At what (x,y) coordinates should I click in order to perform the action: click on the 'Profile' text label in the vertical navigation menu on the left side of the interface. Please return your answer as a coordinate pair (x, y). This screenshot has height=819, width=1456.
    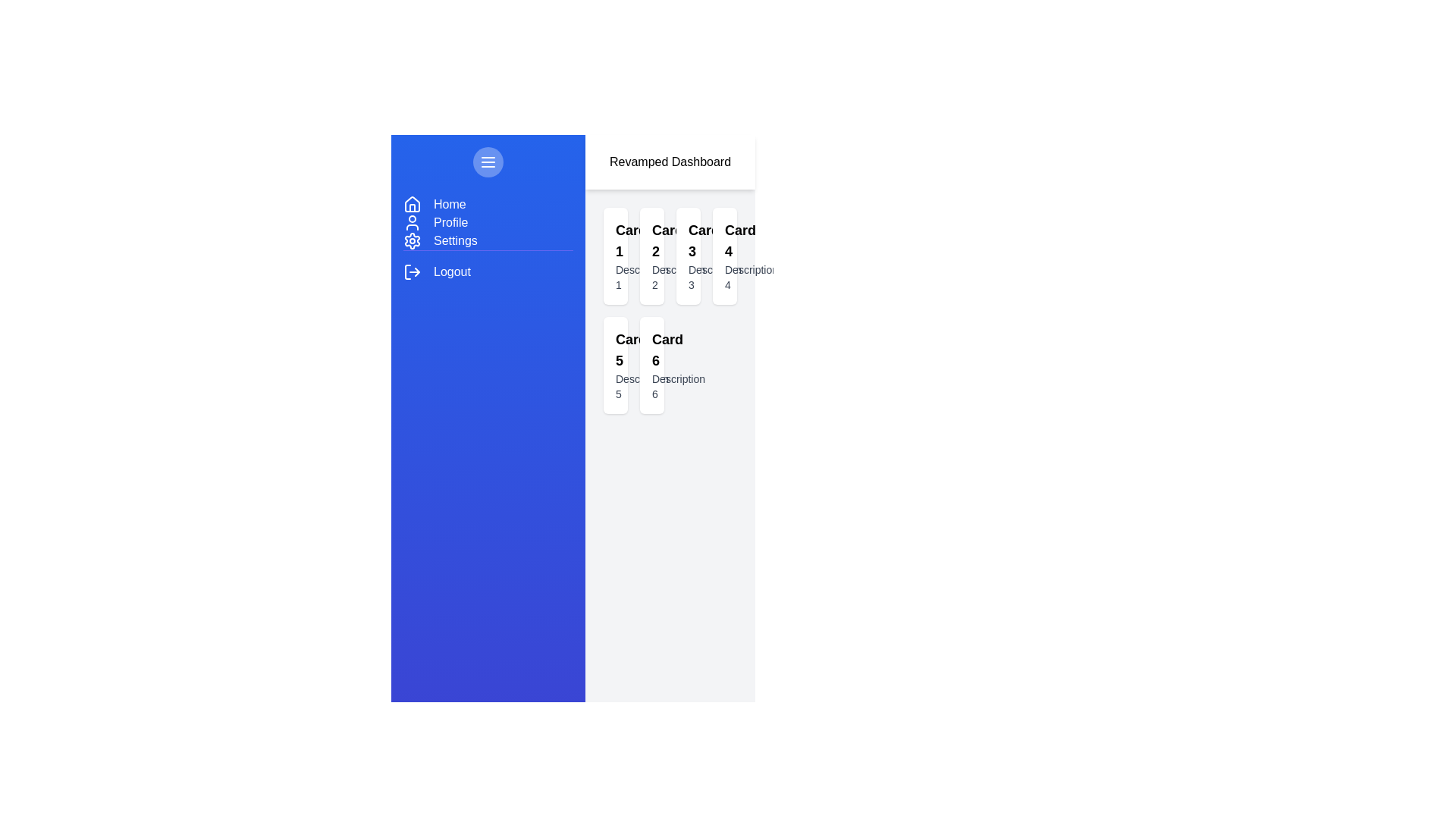
    Looking at the image, I should click on (450, 222).